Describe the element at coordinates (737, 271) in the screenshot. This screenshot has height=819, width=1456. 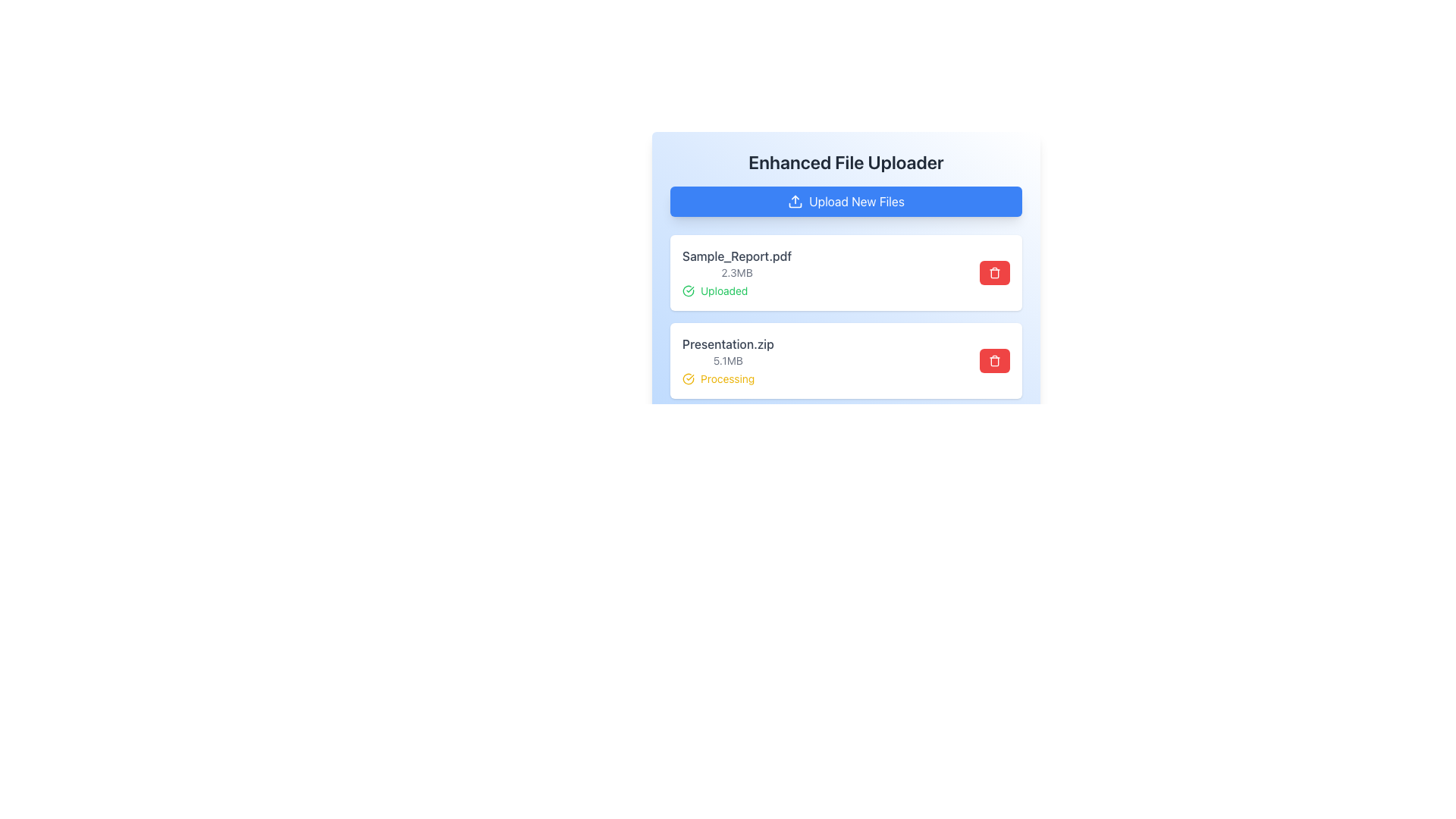
I see `the text element reading '2.3MB' which is located below 'Sample_Report.pdf' and above 'Uploaded'` at that location.